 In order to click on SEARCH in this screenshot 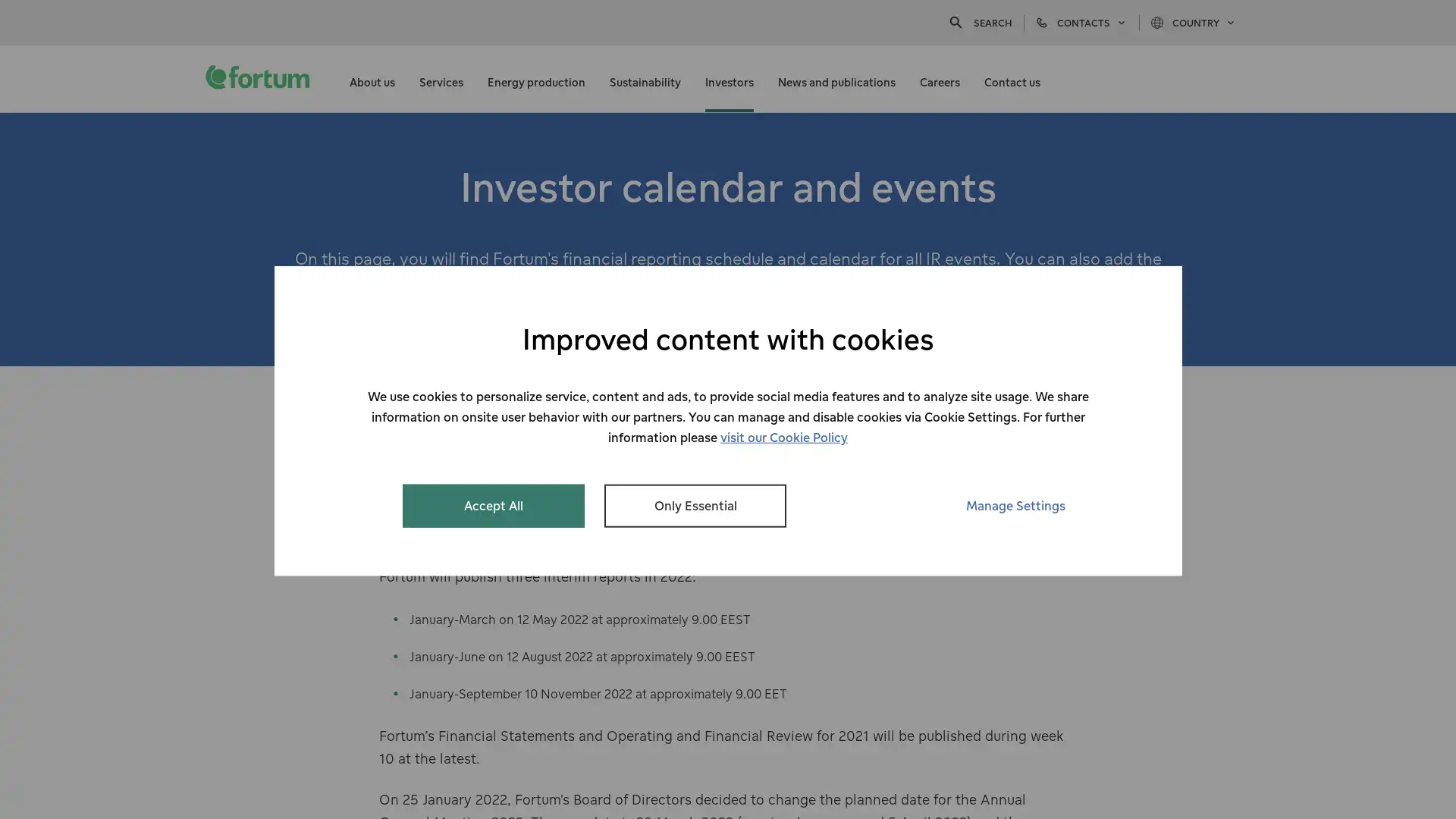, I will do `click(979, 22)`.